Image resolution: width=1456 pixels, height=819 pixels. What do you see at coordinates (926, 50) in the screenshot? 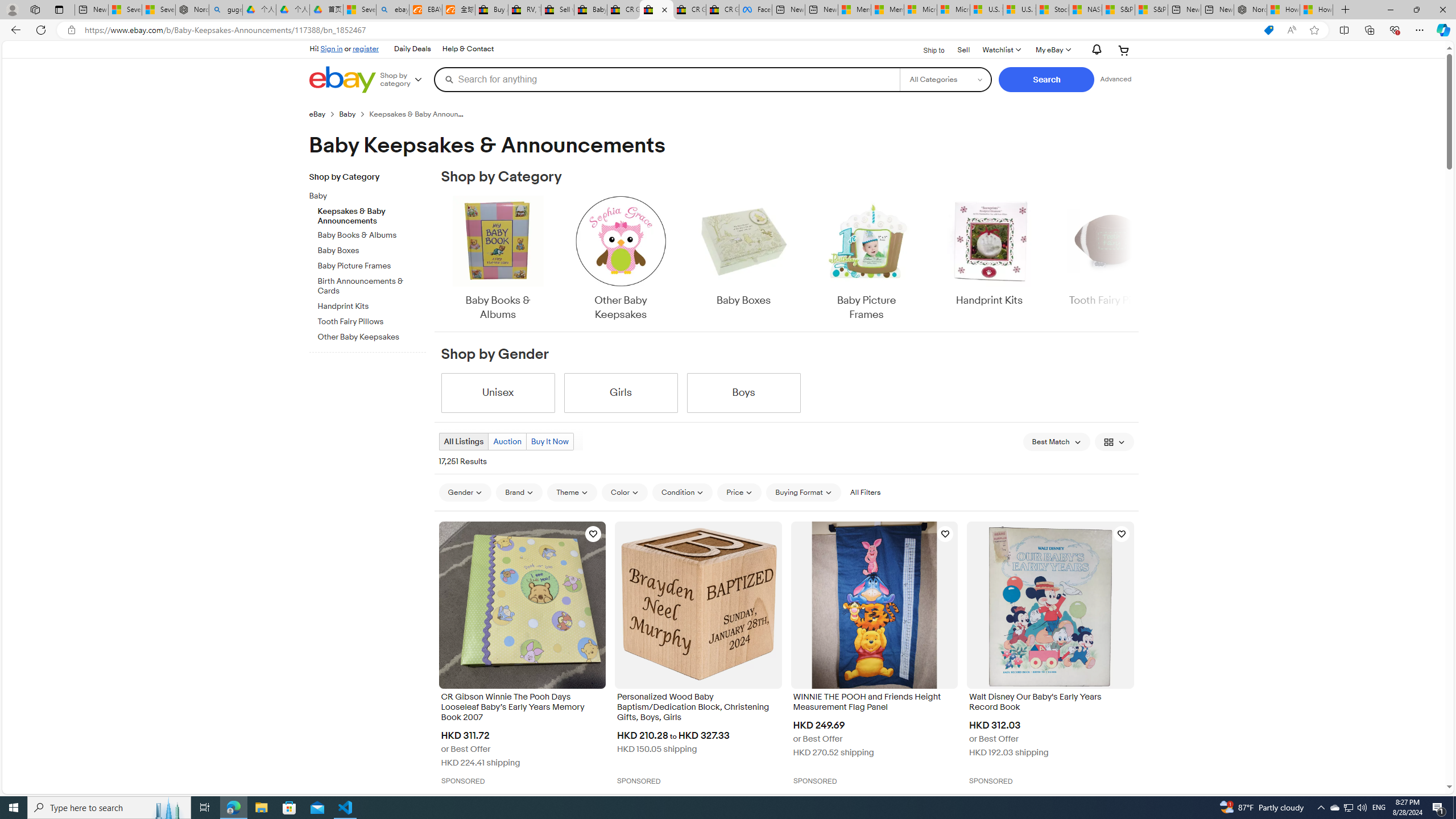
I see `'Ship to'` at bounding box center [926, 50].